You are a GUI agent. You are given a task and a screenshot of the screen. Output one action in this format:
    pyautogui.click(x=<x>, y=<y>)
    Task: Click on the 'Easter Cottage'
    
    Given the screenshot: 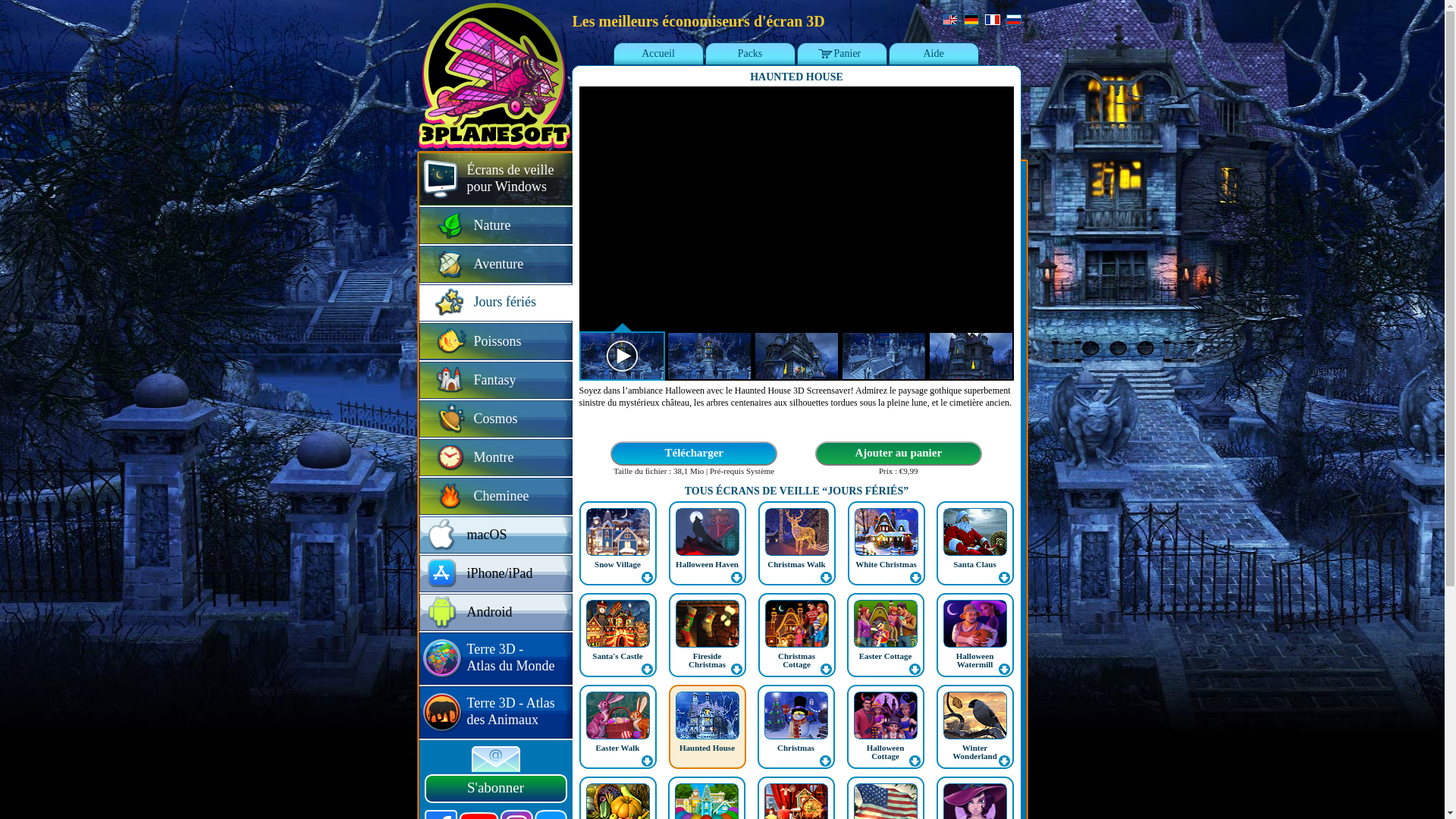 What is the action you would take?
    pyautogui.click(x=885, y=654)
    